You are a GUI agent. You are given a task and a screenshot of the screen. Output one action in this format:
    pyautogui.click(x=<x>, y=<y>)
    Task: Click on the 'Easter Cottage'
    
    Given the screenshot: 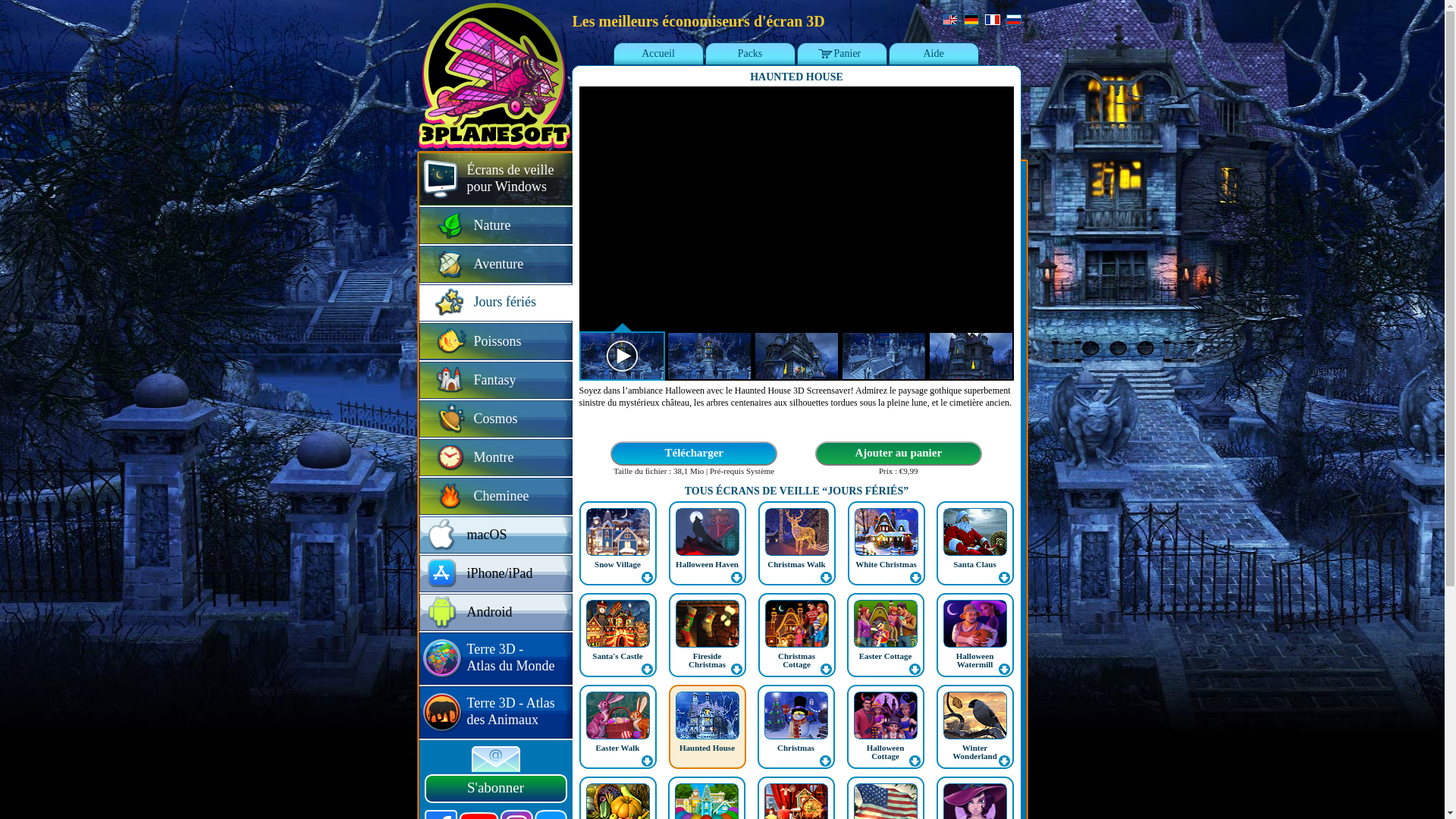 What is the action you would take?
    pyautogui.click(x=885, y=654)
    